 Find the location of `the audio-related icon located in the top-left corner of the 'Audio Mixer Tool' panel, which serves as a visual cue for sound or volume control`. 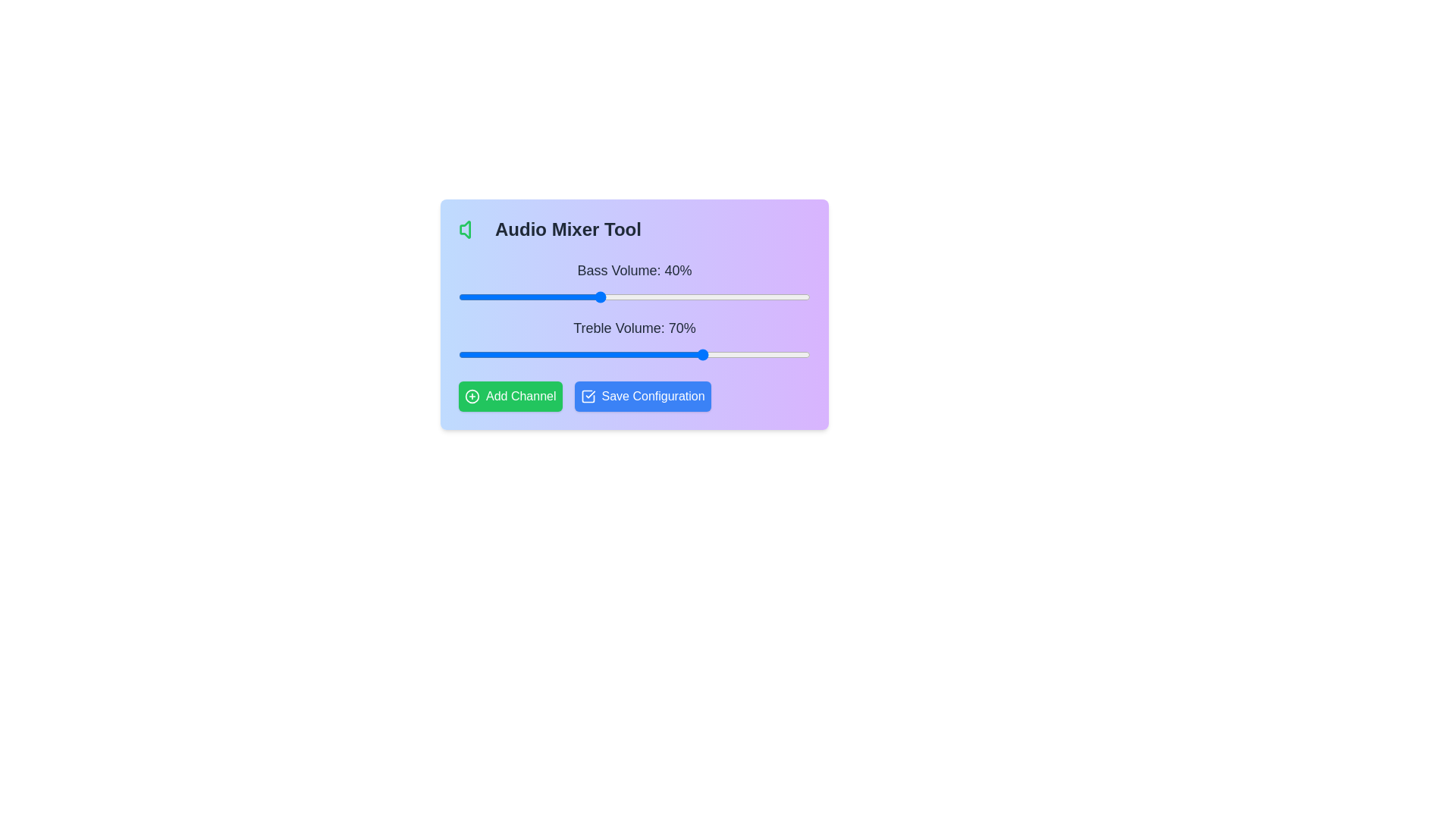

the audio-related icon located in the top-left corner of the 'Audio Mixer Tool' panel, which serves as a visual cue for sound or volume control is located at coordinates (464, 230).